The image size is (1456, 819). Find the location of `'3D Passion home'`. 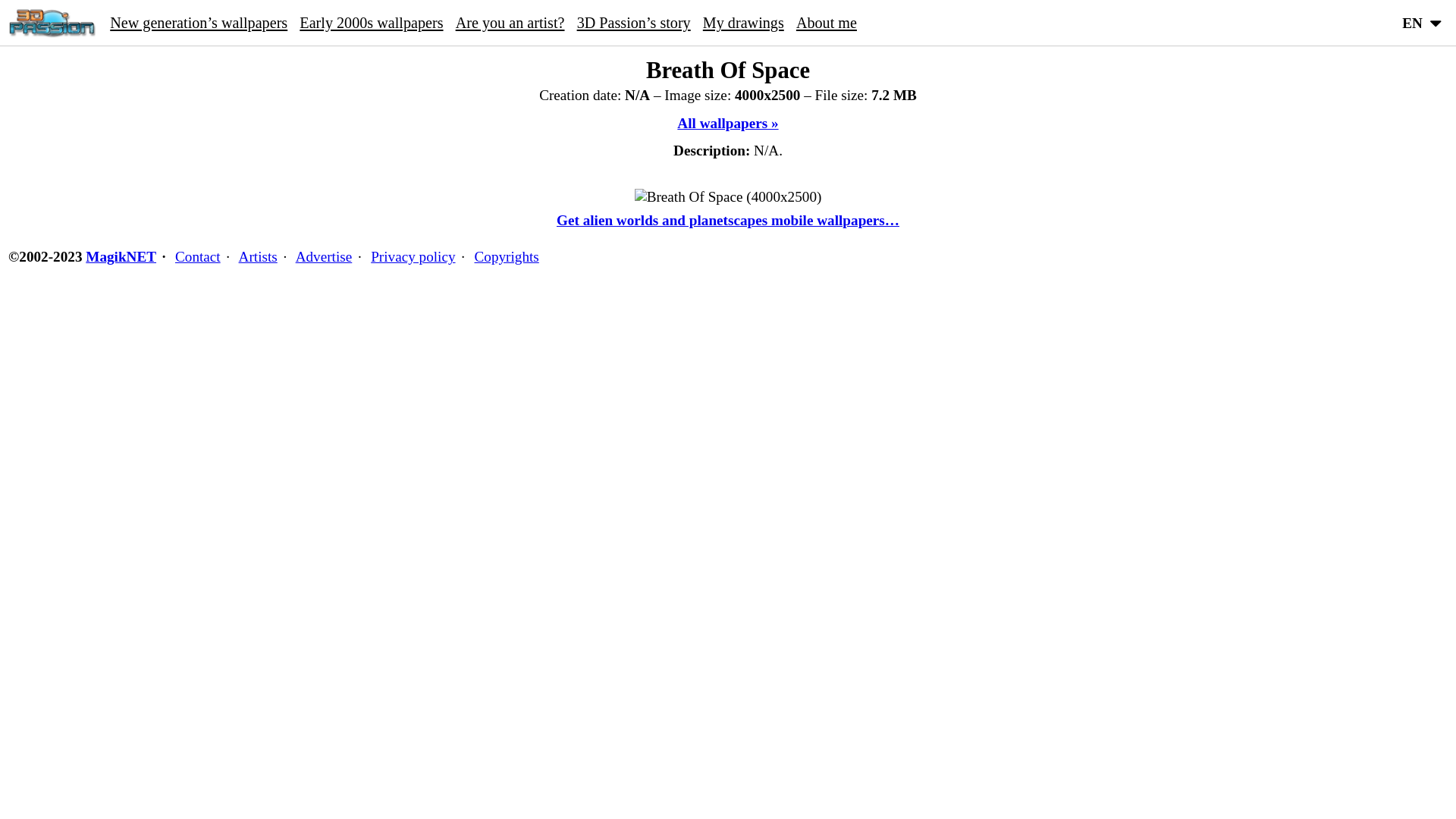

'3D Passion home' is located at coordinates (0, 23).